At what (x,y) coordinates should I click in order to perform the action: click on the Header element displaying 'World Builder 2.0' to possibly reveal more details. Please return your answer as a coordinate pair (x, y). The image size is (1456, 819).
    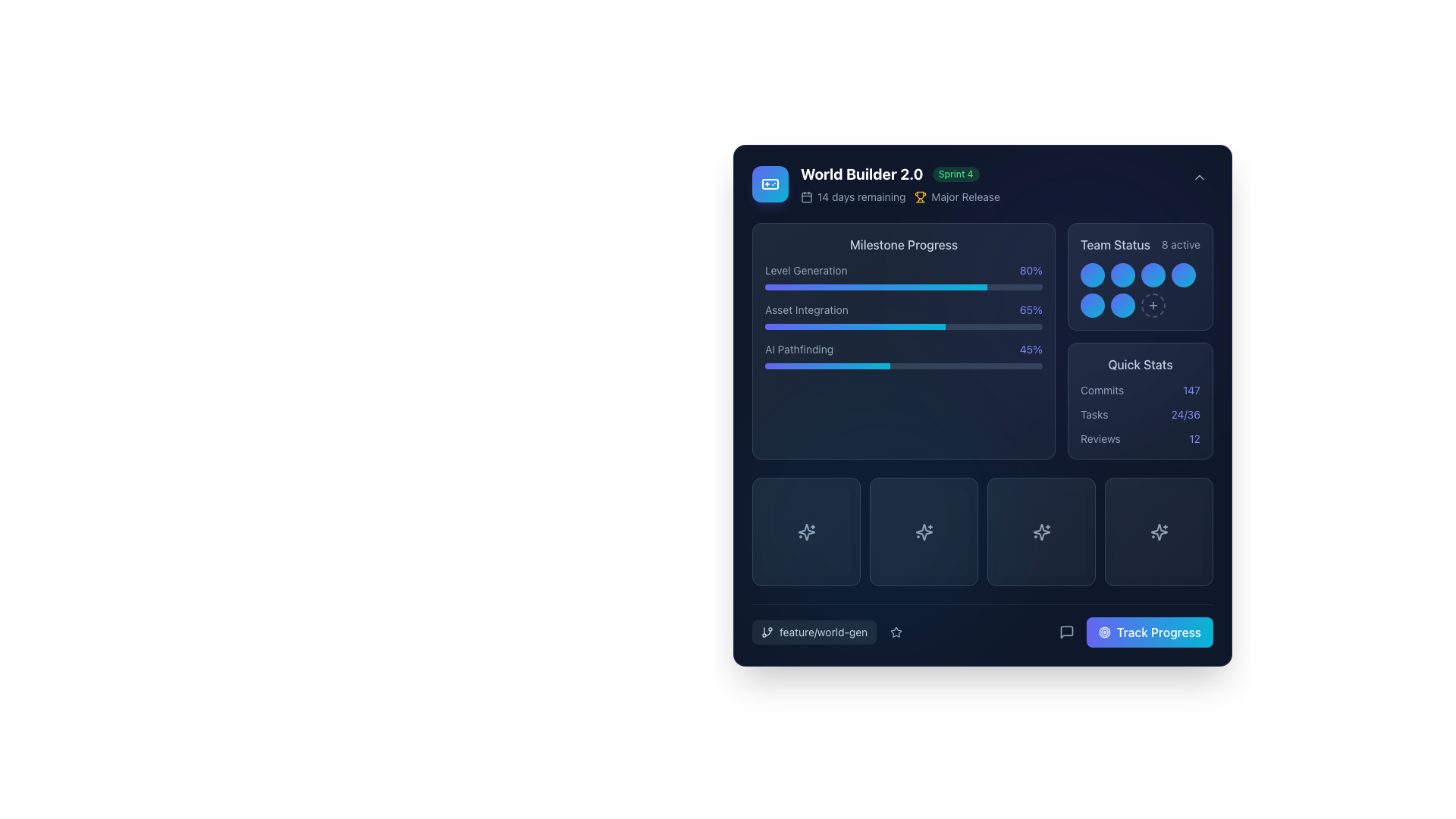
    Looking at the image, I should click on (876, 184).